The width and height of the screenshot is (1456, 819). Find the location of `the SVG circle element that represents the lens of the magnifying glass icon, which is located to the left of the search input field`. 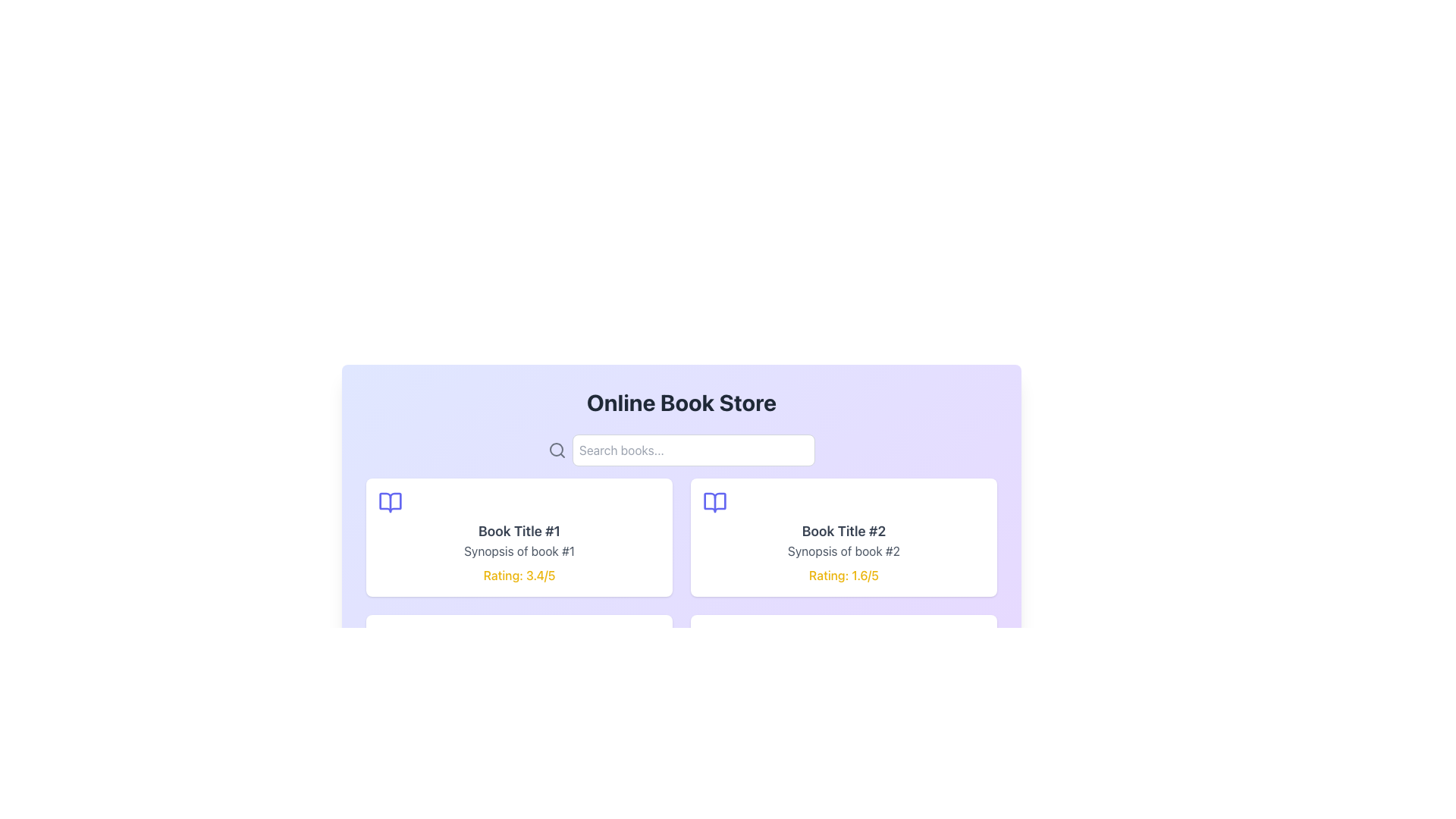

the SVG circle element that represents the lens of the magnifying glass icon, which is located to the left of the search input field is located at coordinates (556, 449).